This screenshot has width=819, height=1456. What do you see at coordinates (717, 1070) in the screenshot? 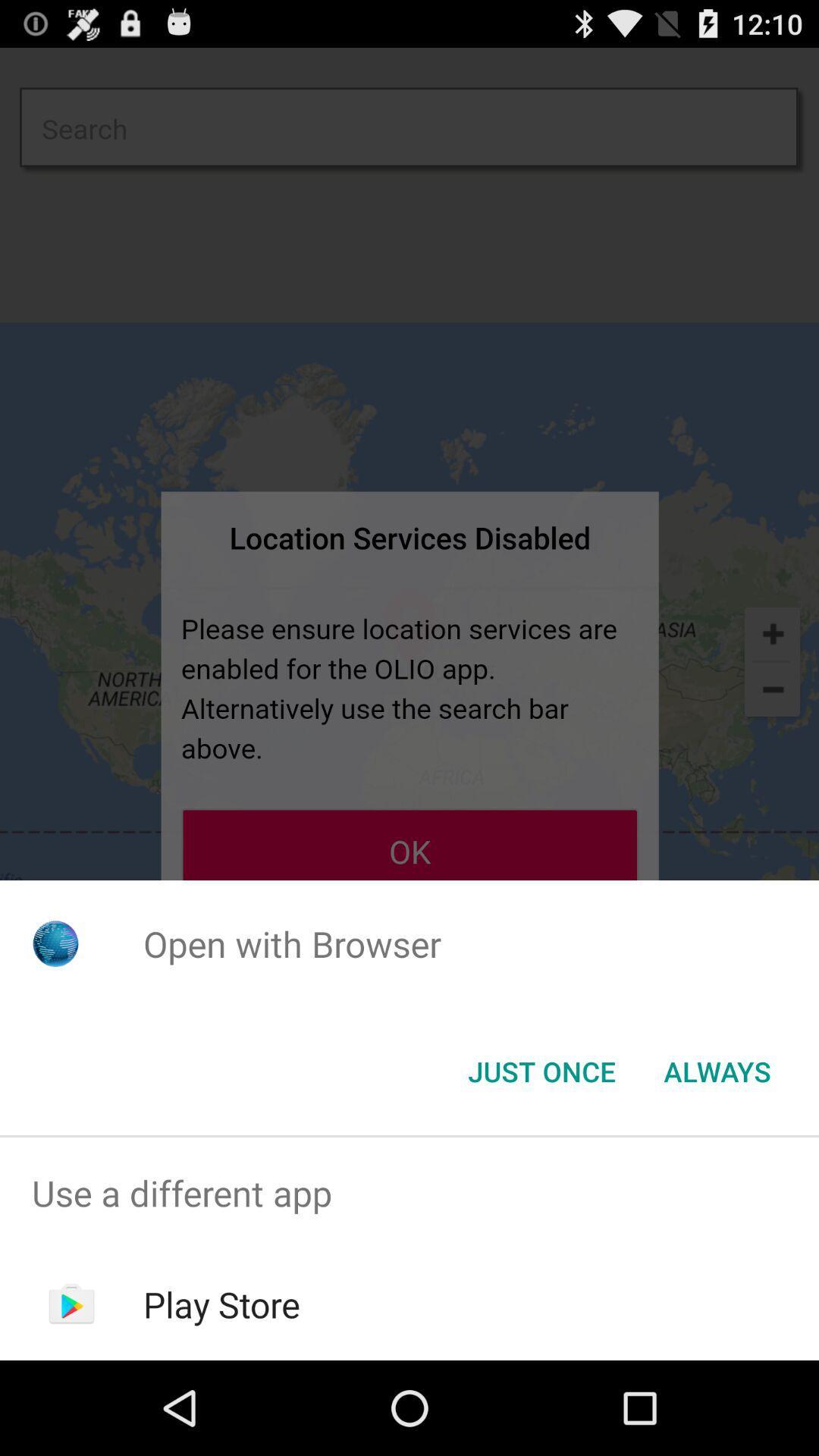
I see `the always` at bounding box center [717, 1070].